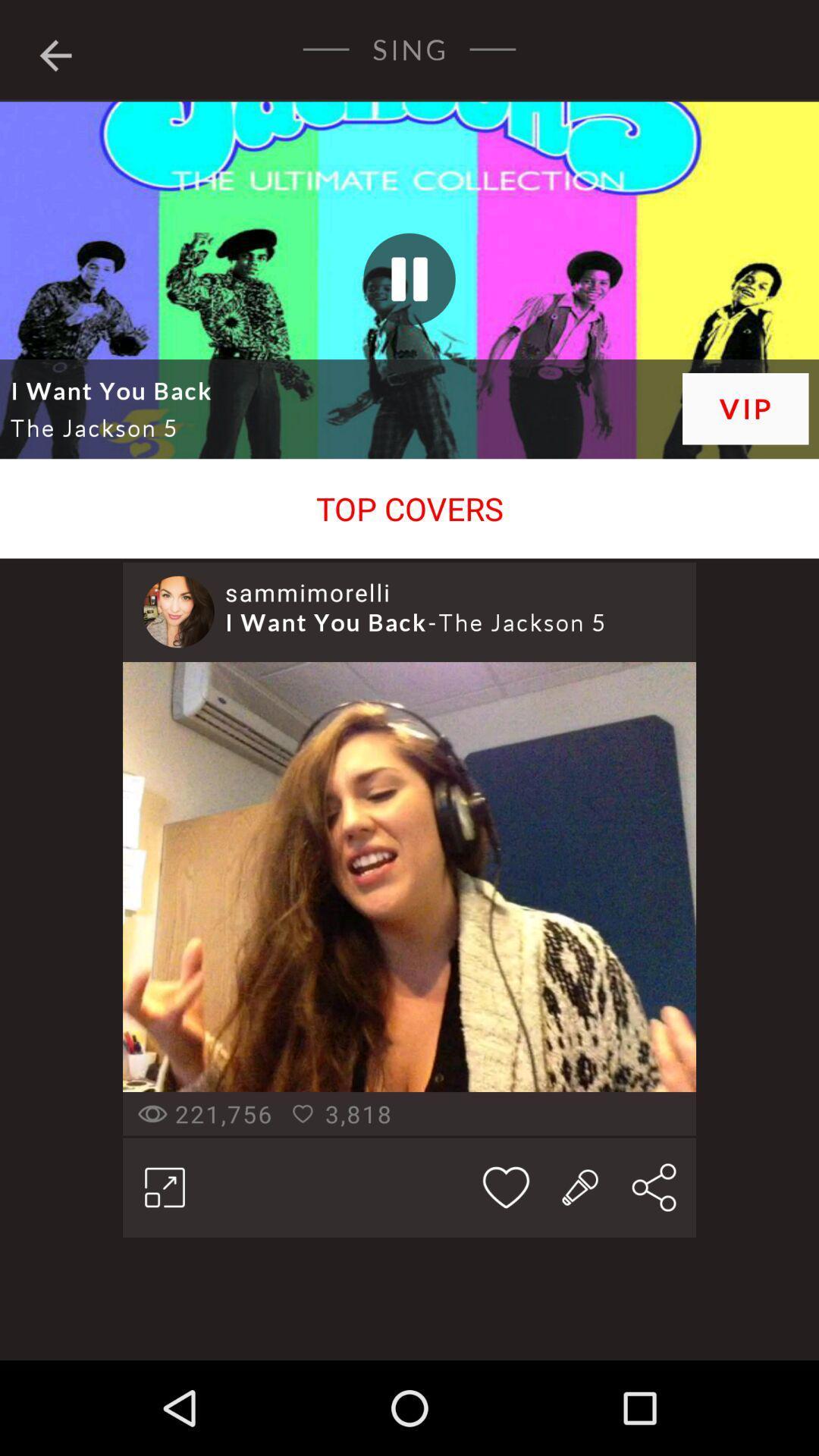  I want to click on sammimorelli, so click(307, 591).